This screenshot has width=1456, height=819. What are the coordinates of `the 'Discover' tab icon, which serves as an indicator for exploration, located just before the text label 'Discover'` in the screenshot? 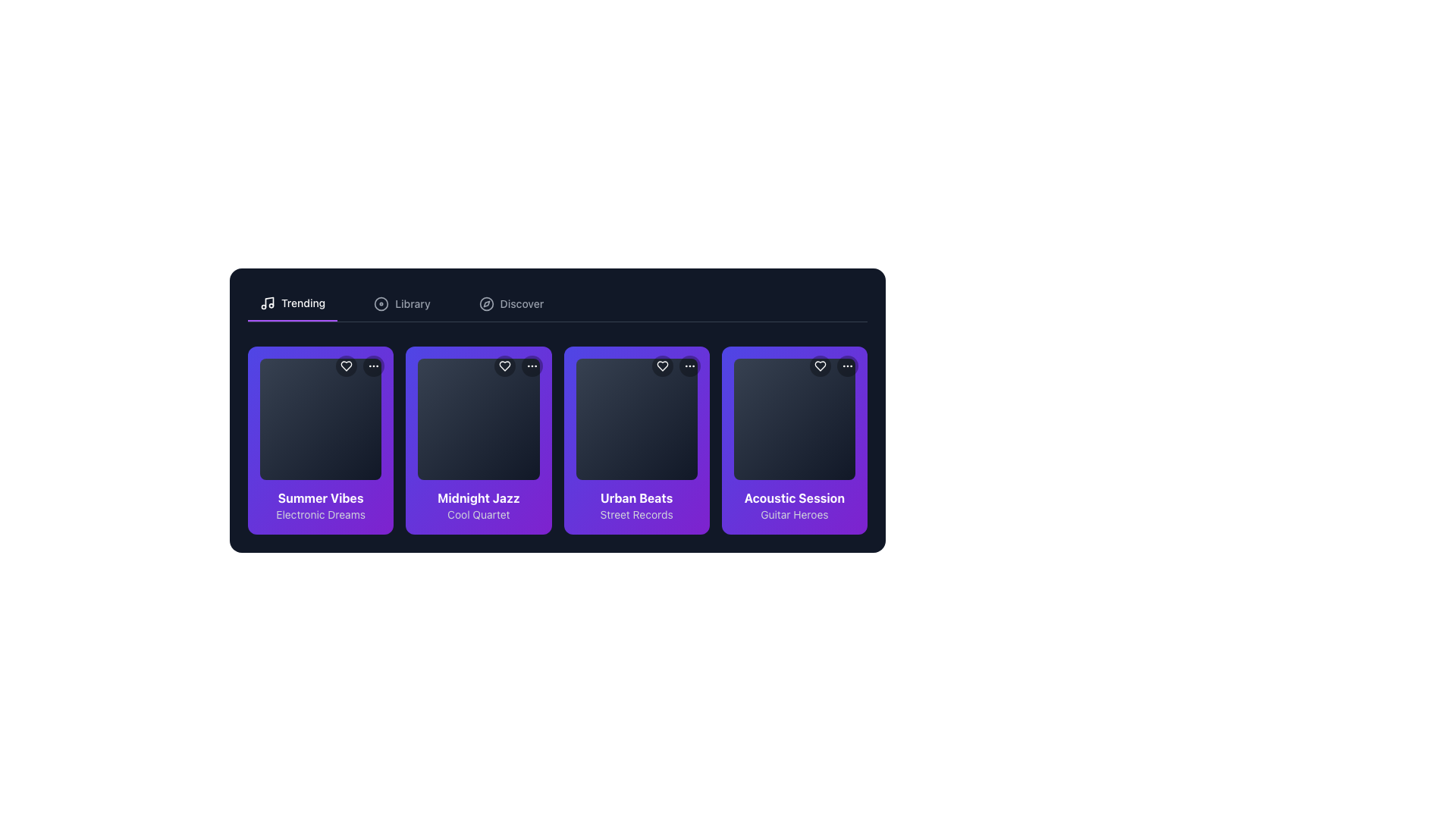 It's located at (486, 304).